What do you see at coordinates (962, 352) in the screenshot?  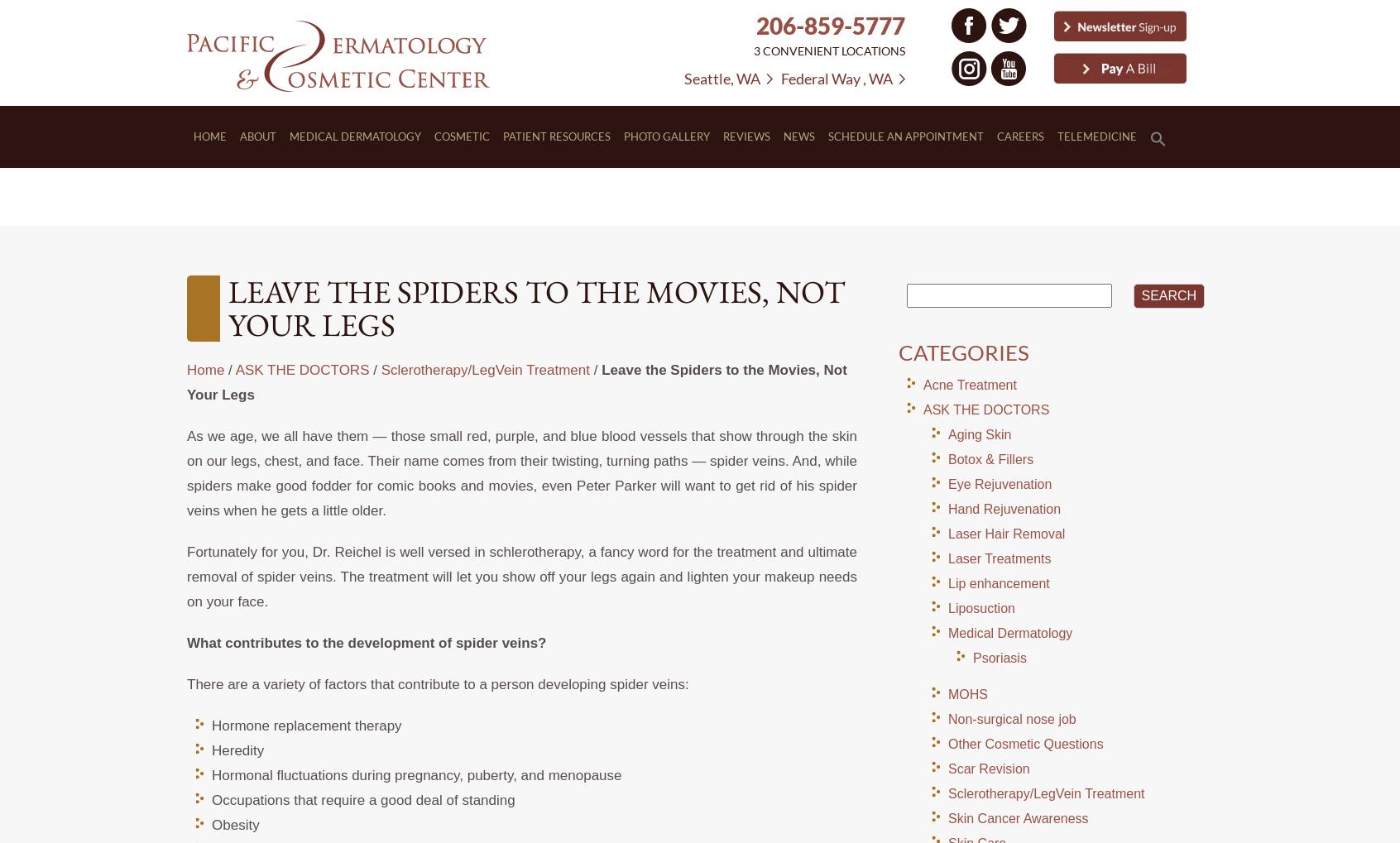 I see `'Categories'` at bounding box center [962, 352].